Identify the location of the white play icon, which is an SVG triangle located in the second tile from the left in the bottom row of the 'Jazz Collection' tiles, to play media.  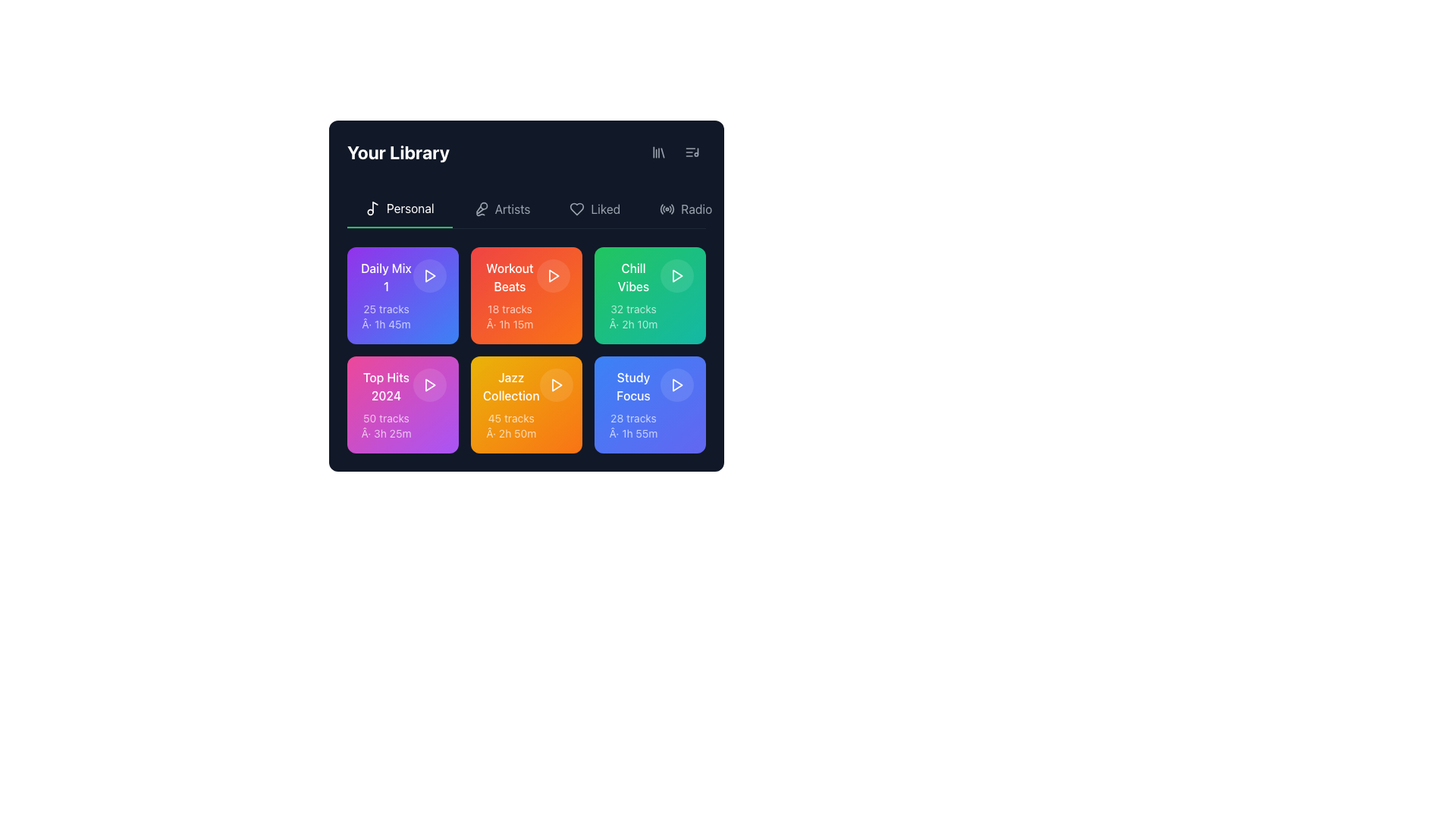
(556, 384).